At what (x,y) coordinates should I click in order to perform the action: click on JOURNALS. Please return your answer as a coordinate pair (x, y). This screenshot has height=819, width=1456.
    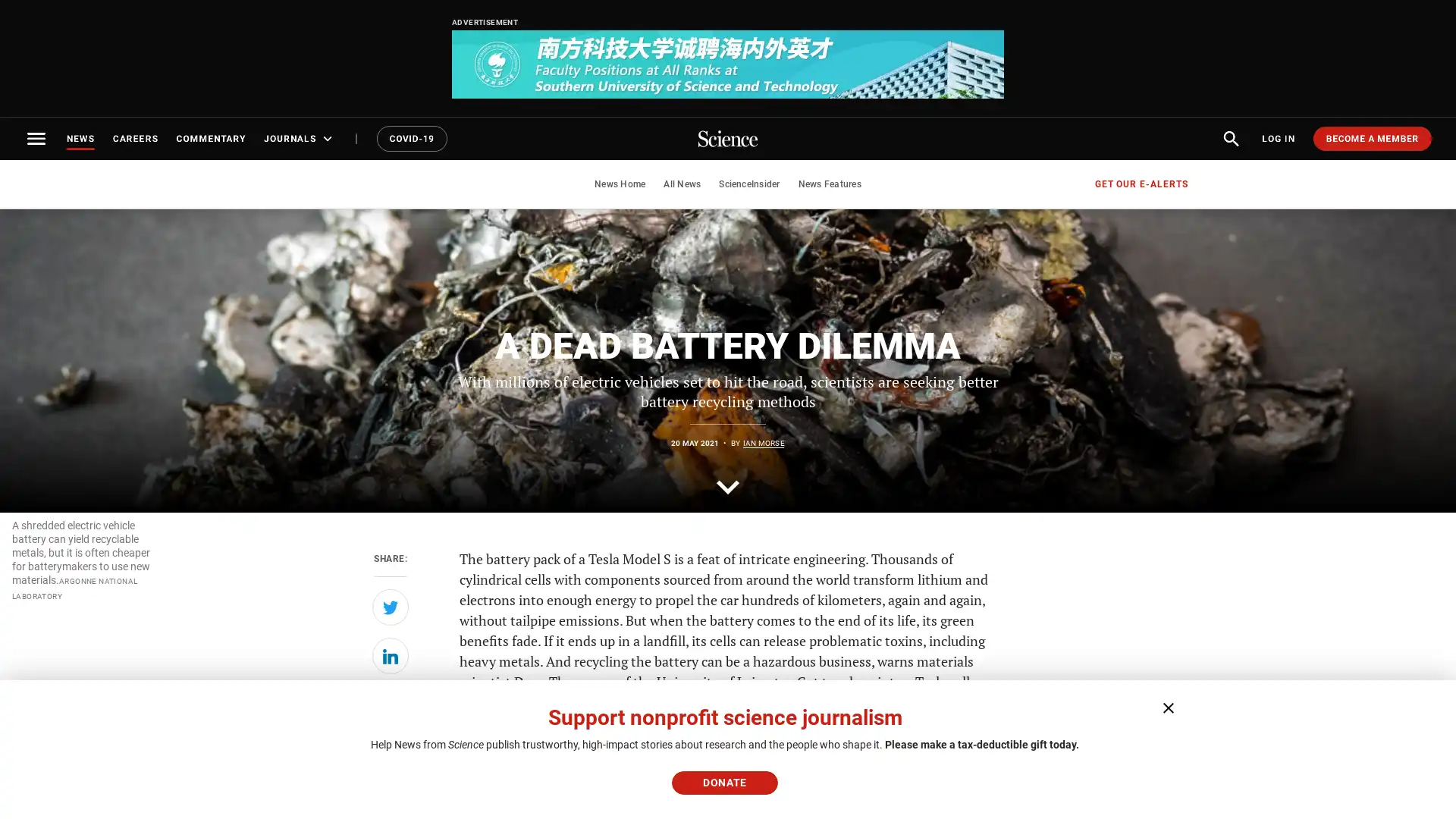
    Looking at the image, I should click on (300, 138).